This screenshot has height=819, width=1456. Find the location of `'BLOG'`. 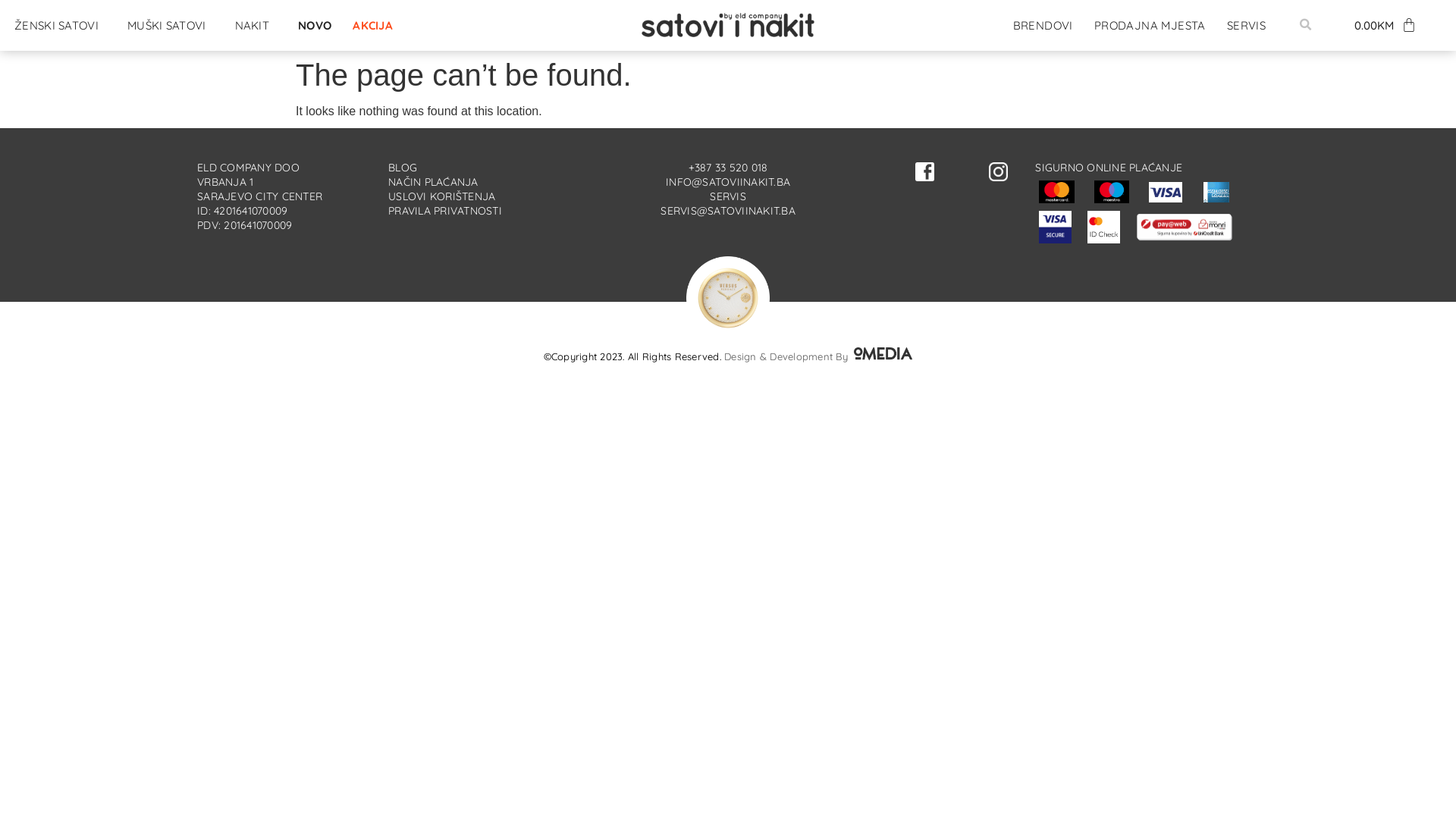

'BLOG' is located at coordinates (403, 167).